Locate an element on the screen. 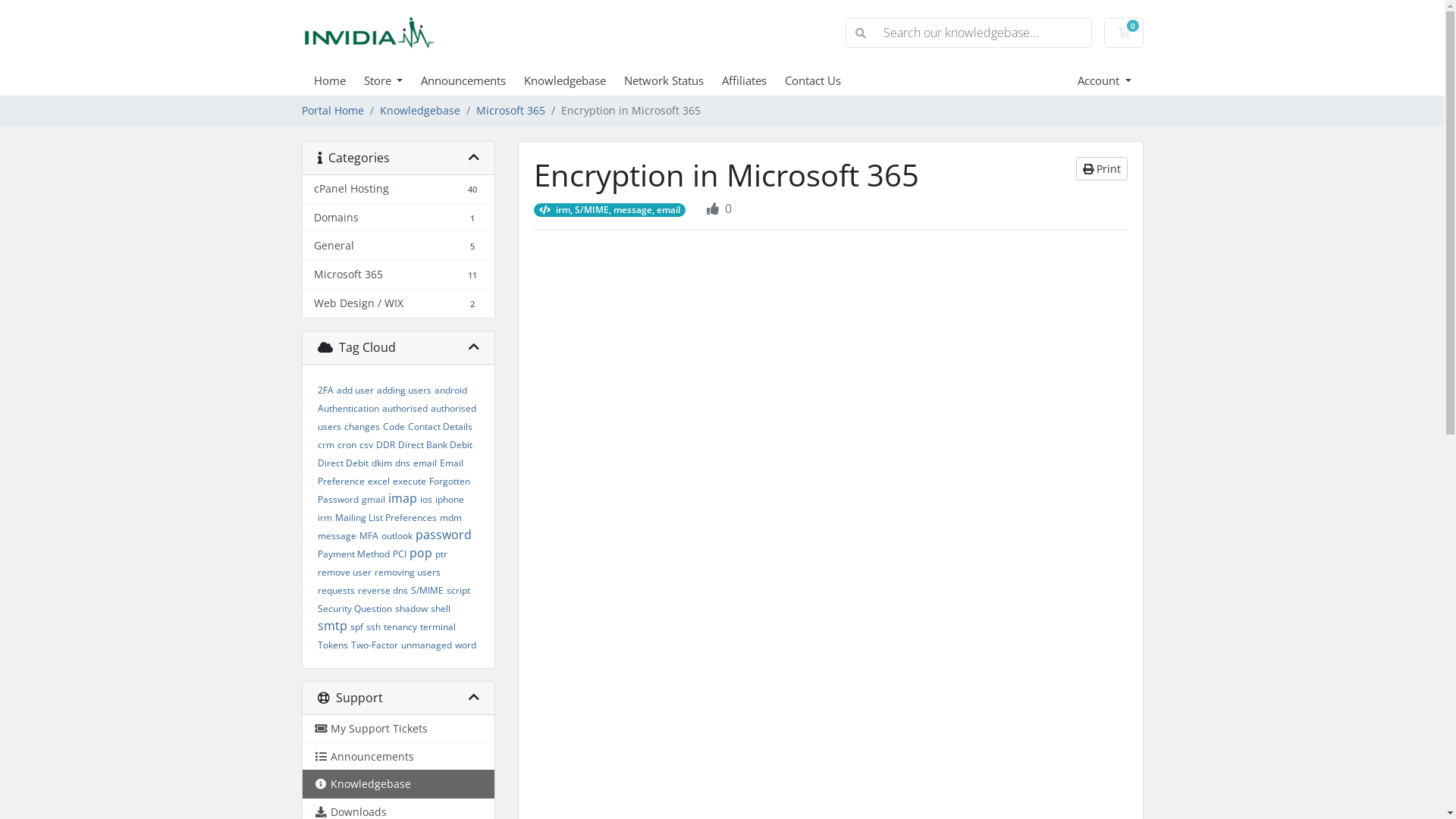 The image size is (1456, 819). 'Knowledgebase' is located at coordinates (397, 783).